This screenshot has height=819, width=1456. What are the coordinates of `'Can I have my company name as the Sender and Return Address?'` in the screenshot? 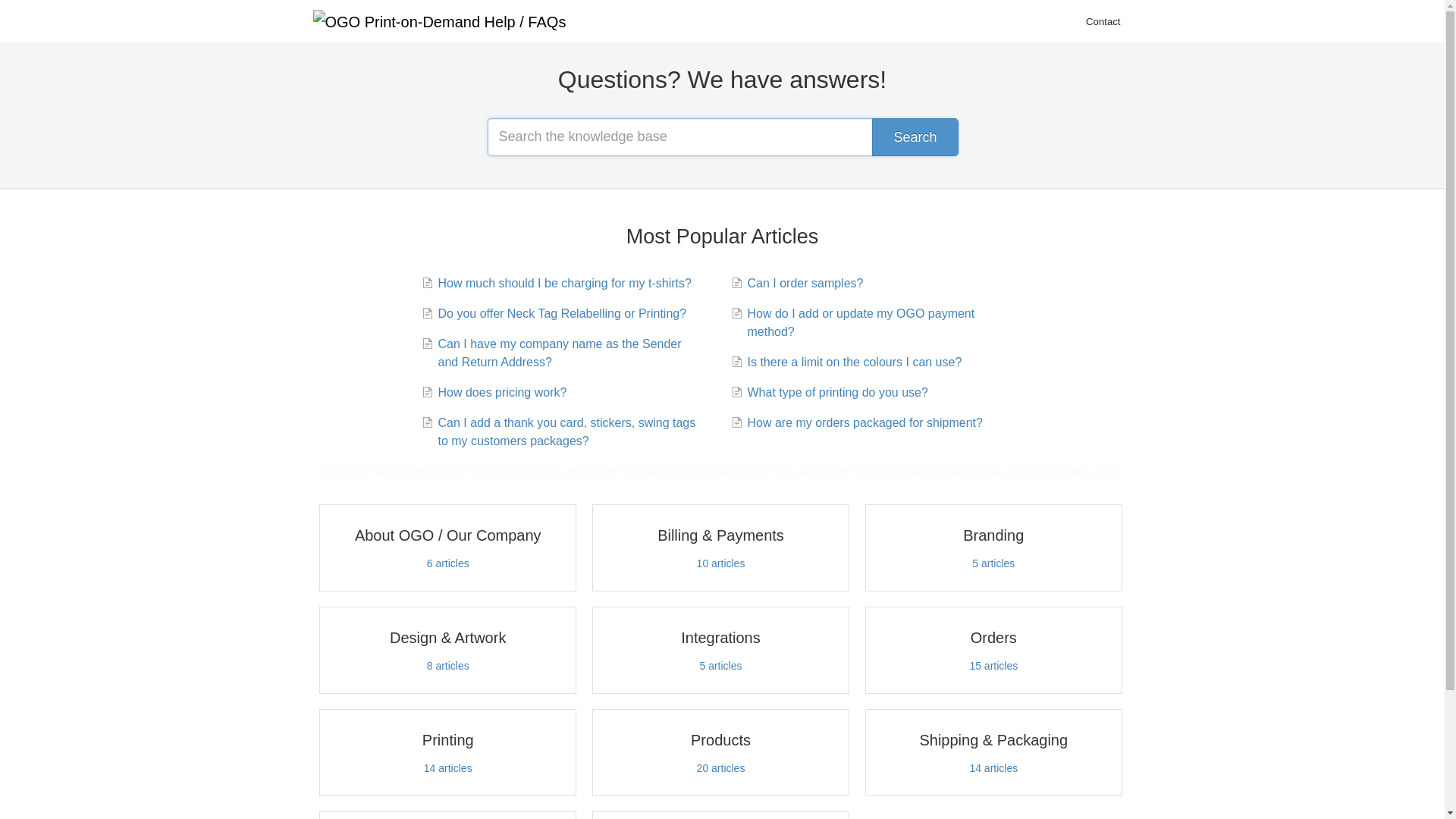 It's located at (566, 353).